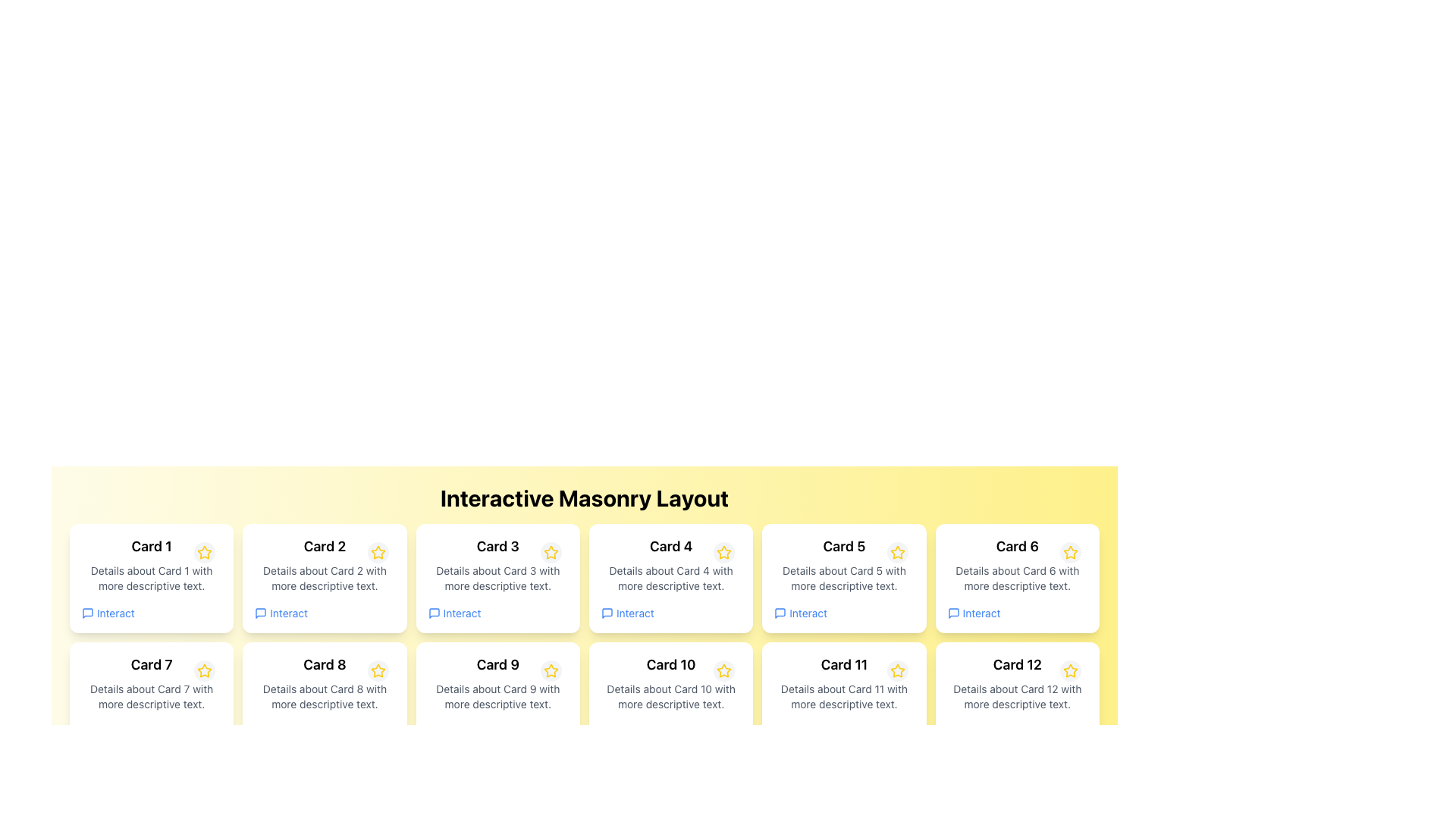 The width and height of the screenshot is (1456, 819). Describe the element at coordinates (670, 696) in the screenshot. I see `descriptive text within the composite card labeled 'Card 10', which is positioned in the second row, third column of the grid layout` at that location.